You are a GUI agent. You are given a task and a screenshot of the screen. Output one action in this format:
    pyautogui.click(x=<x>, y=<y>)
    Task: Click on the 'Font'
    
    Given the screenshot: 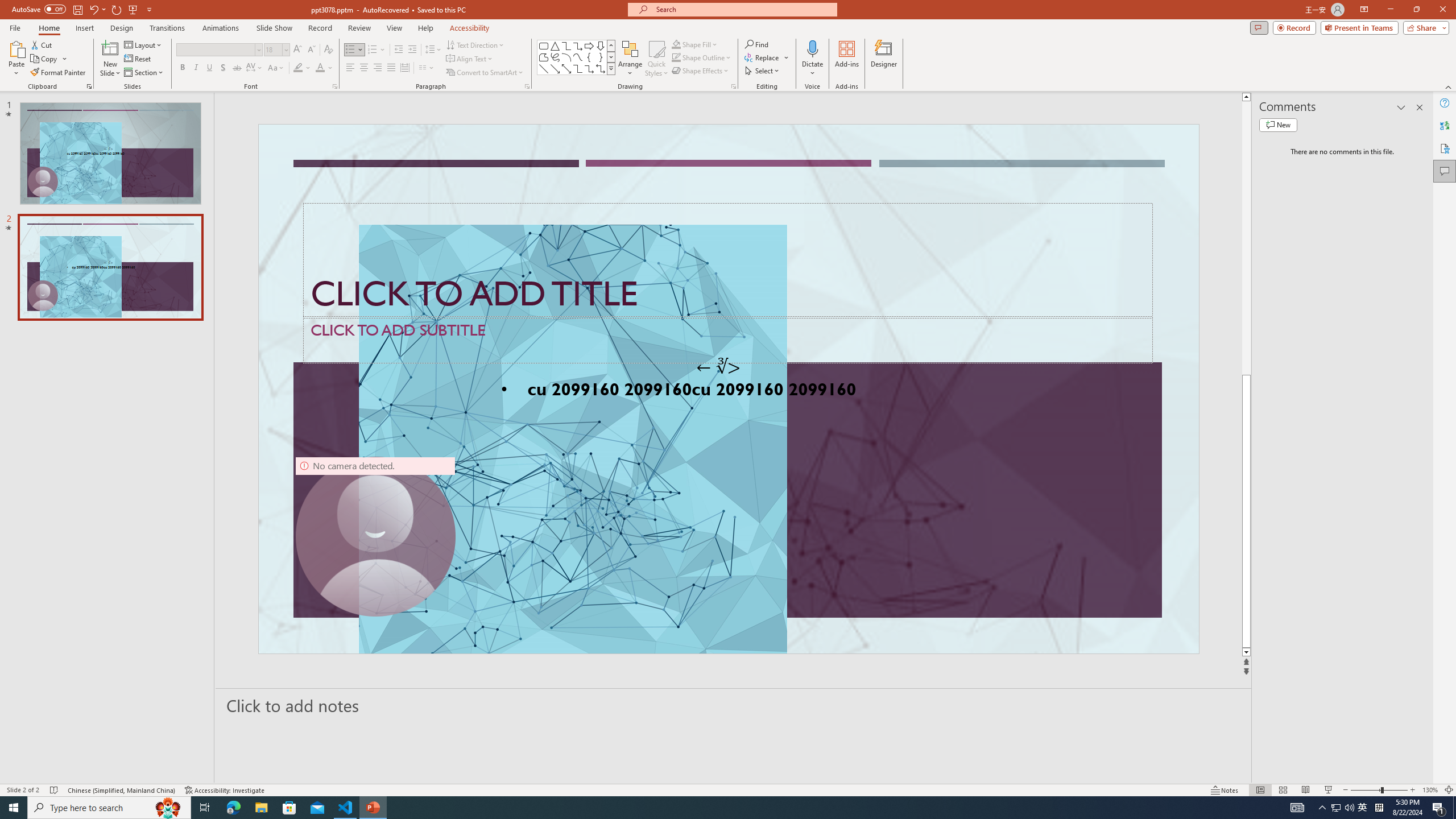 What is the action you would take?
    pyautogui.click(x=218, y=49)
    